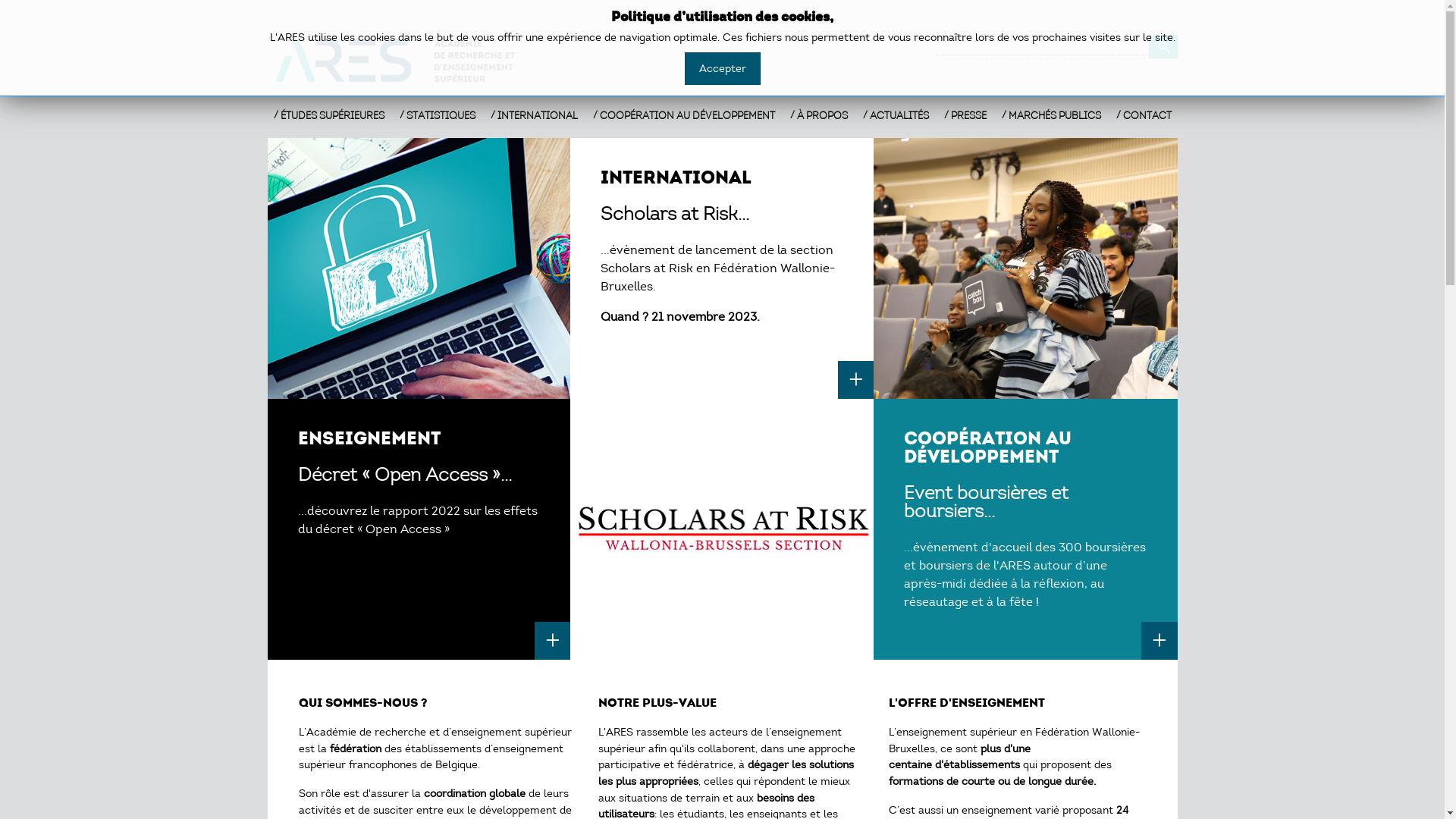  What do you see at coordinates (942, 115) in the screenshot?
I see `'PRESSE'` at bounding box center [942, 115].